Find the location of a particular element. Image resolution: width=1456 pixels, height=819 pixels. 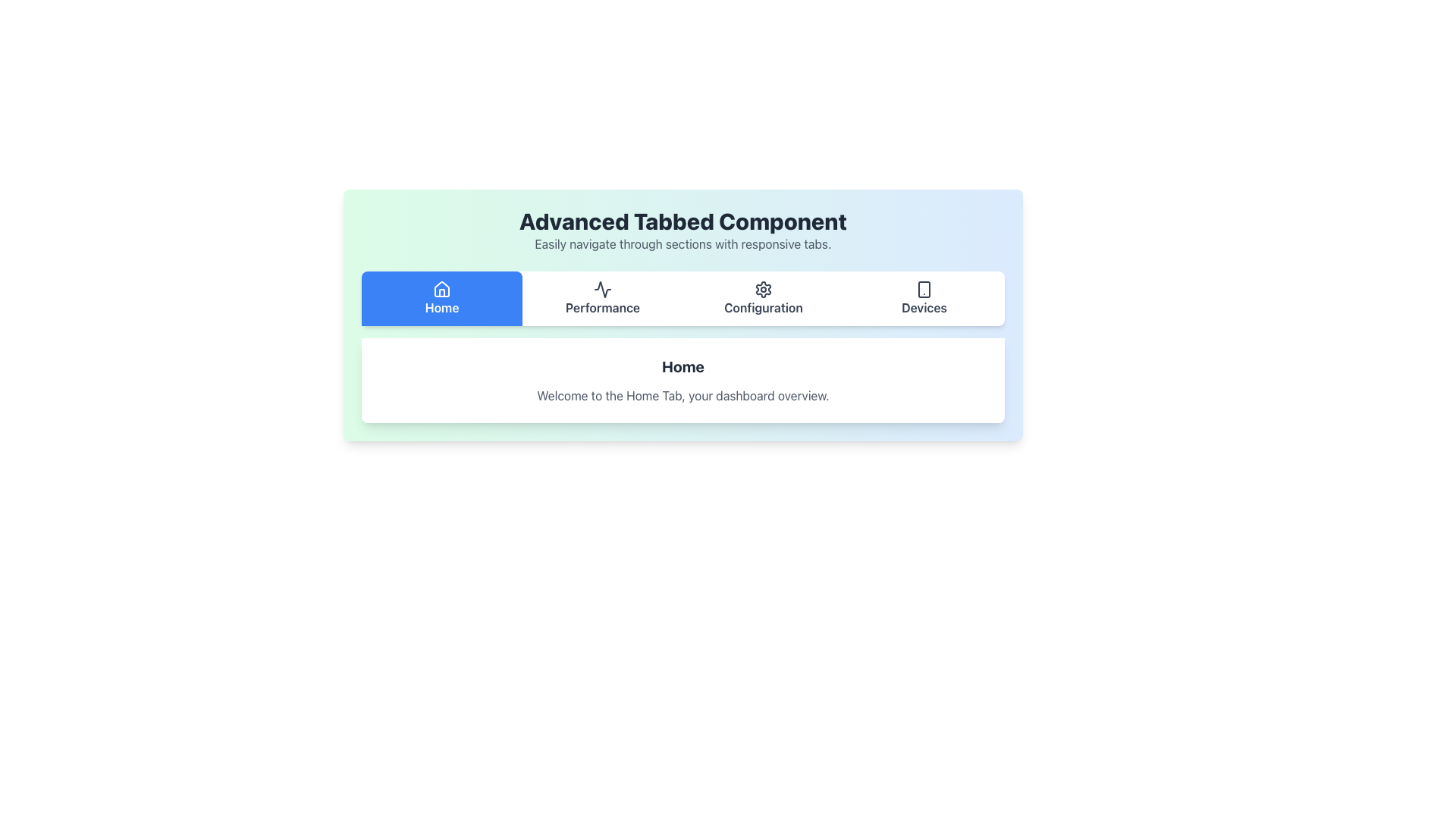

the 'Configuration' text label in the navigation bar, which is associated with a gear icon for settings options is located at coordinates (764, 307).